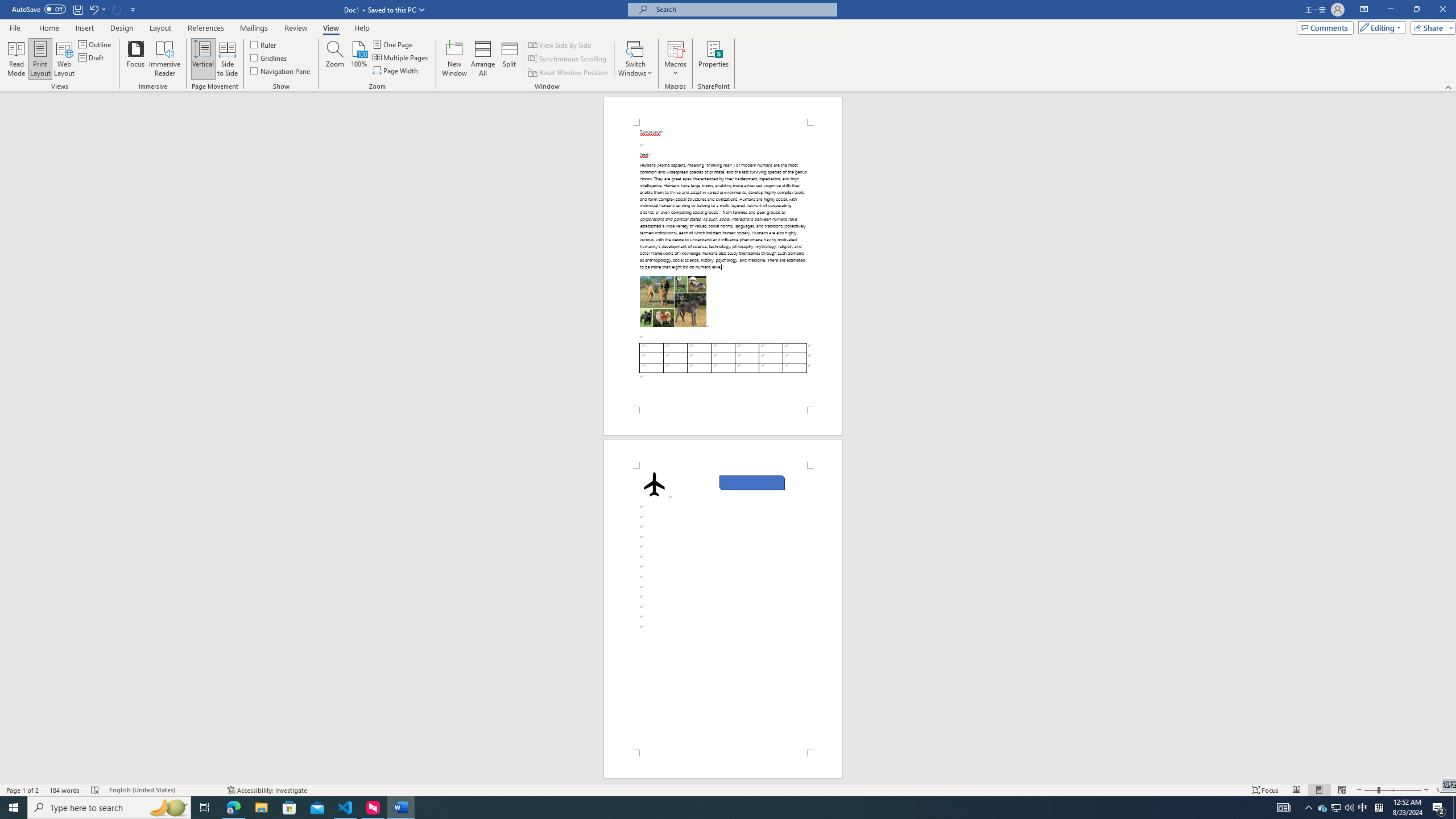  What do you see at coordinates (675, 48) in the screenshot?
I see `'View Macros'` at bounding box center [675, 48].